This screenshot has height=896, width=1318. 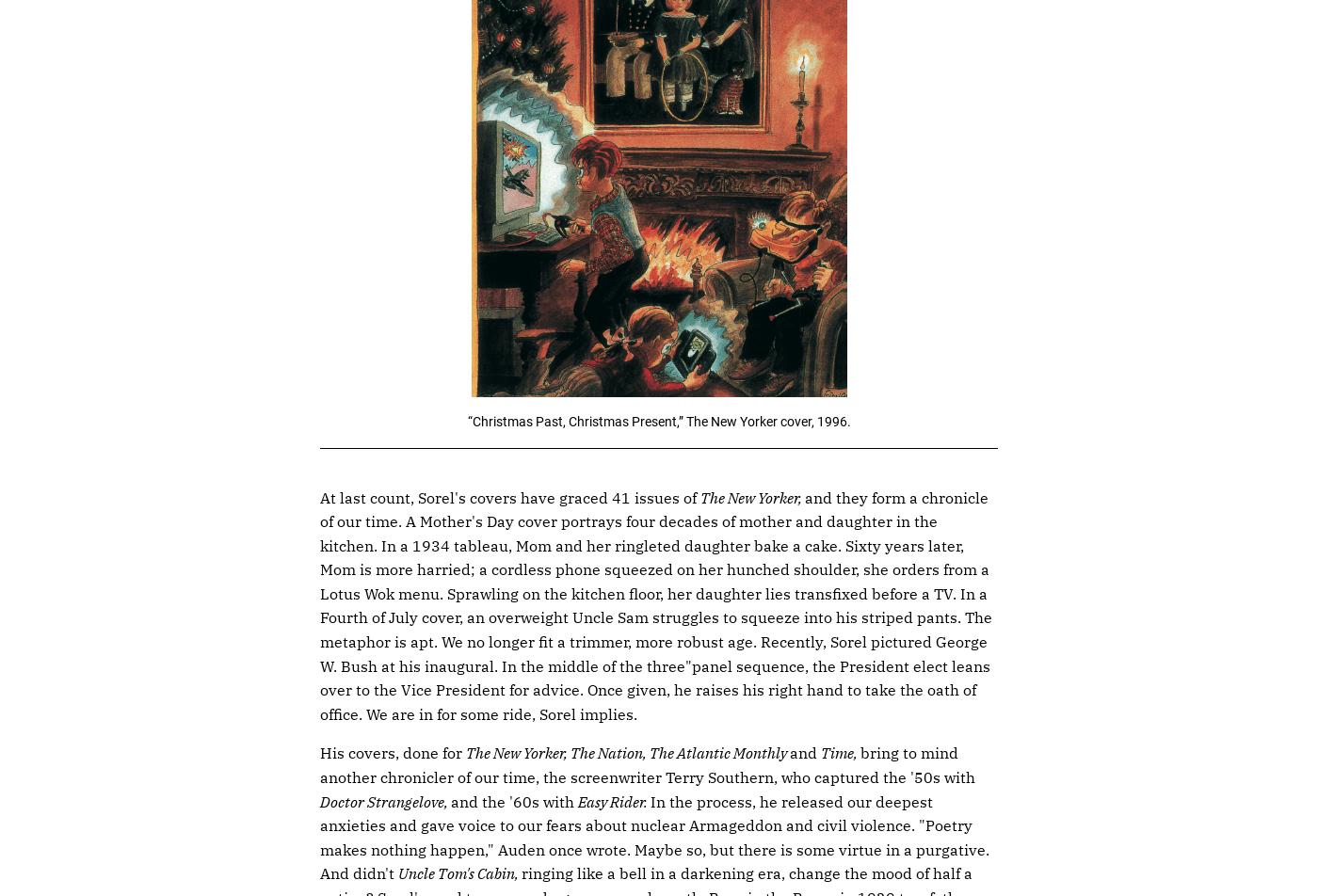 What do you see at coordinates (385, 800) in the screenshot?
I see `'Doctor Strangelove,'` at bounding box center [385, 800].